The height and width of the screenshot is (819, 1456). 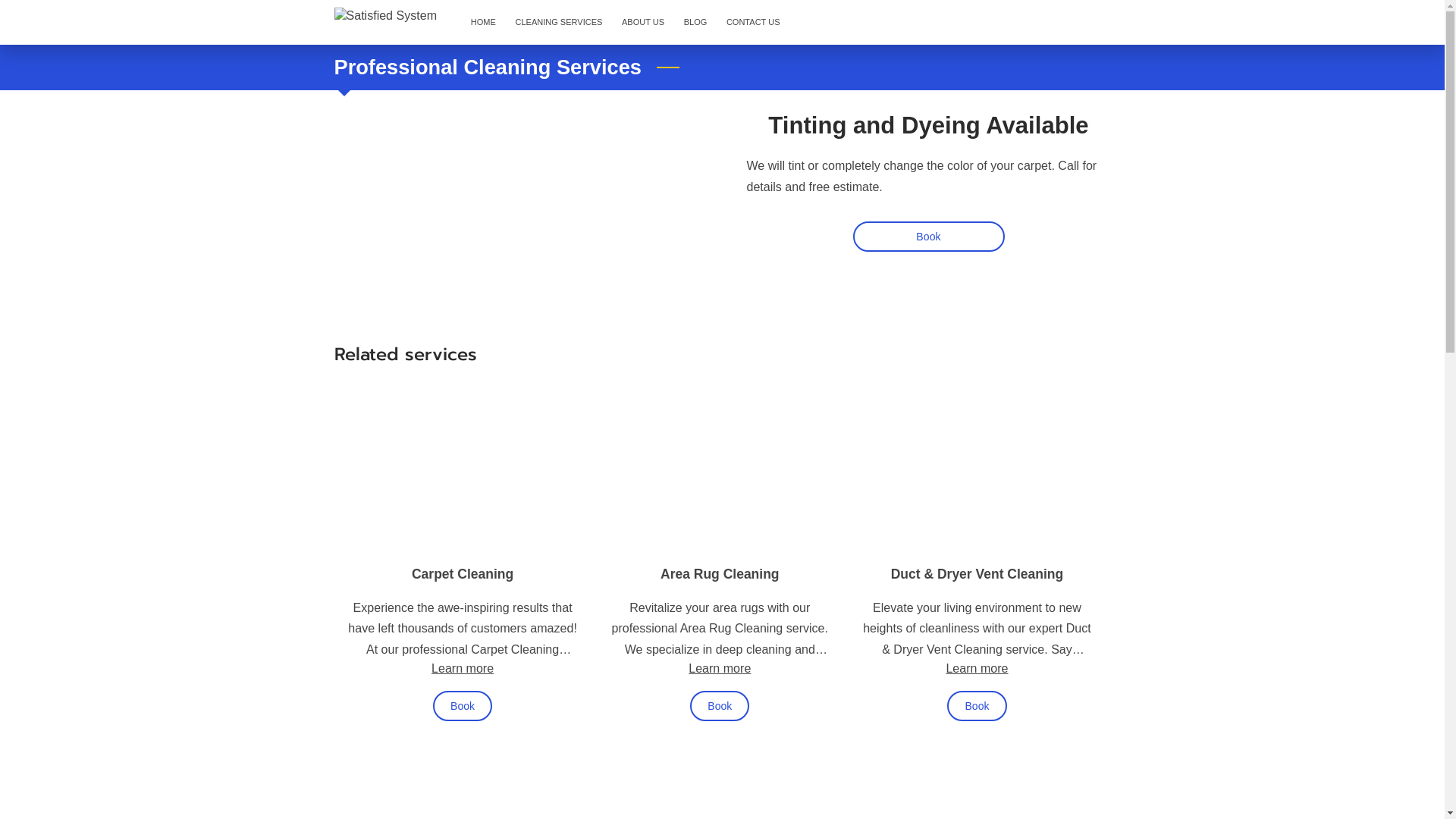 What do you see at coordinates (643, 23) in the screenshot?
I see `'ABOUT US'` at bounding box center [643, 23].